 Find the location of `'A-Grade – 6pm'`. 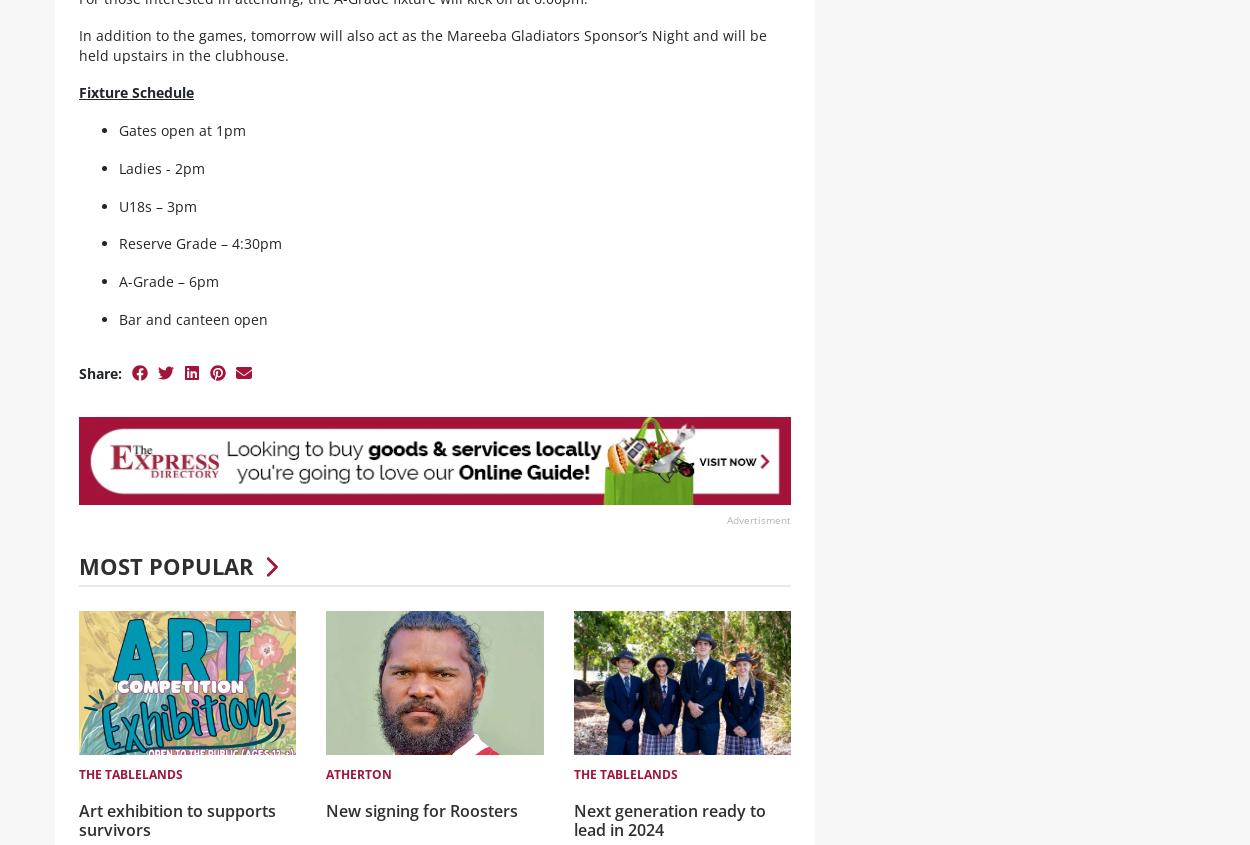

'A-Grade – 6pm' is located at coordinates (168, 297).